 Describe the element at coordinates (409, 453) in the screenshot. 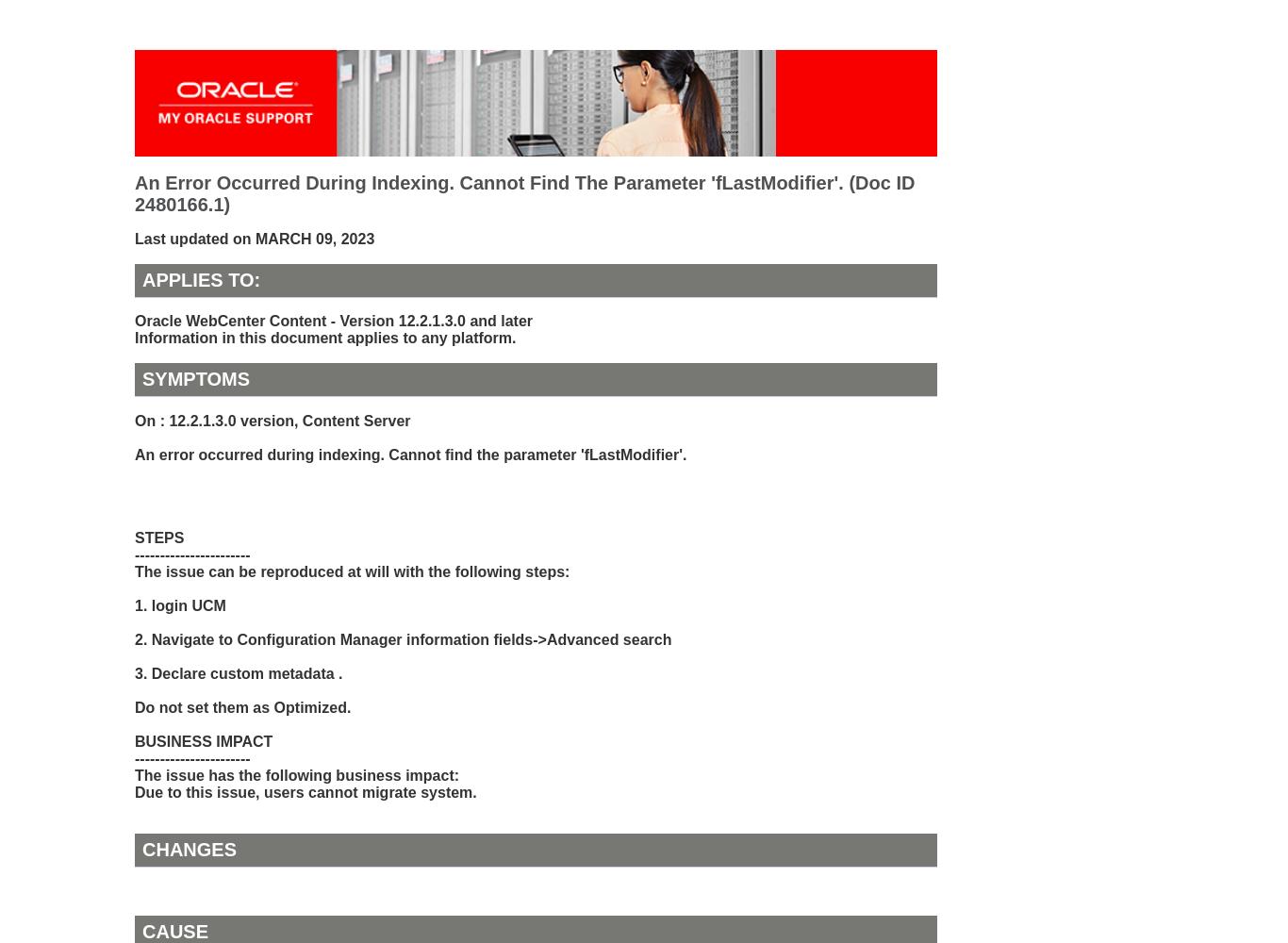

I see `'An error occurred during indexing. Cannot find the parameter 'fLastModifier'.'` at that location.